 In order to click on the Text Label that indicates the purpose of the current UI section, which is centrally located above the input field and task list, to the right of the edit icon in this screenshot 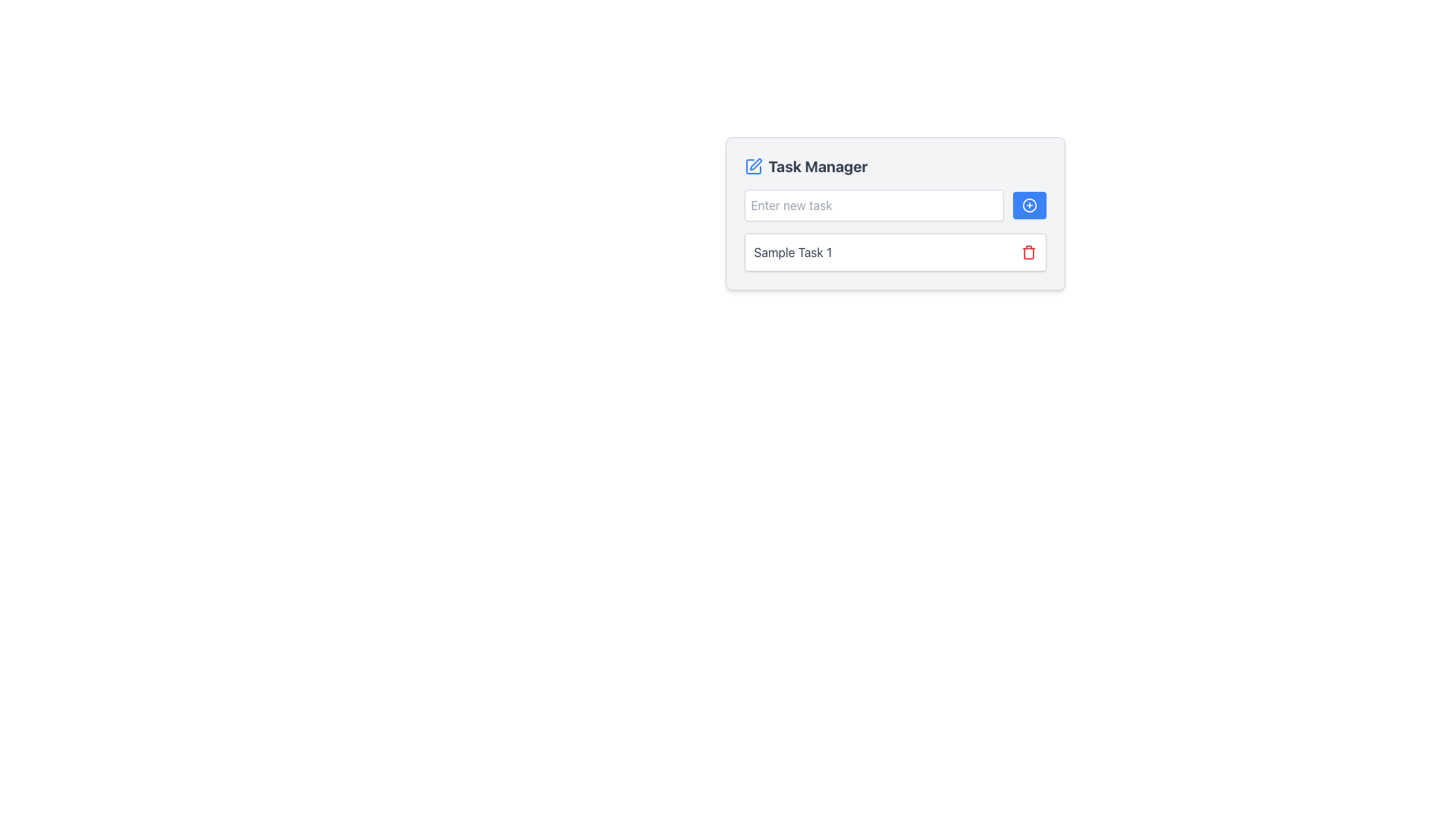, I will do `click(817, 166)`.